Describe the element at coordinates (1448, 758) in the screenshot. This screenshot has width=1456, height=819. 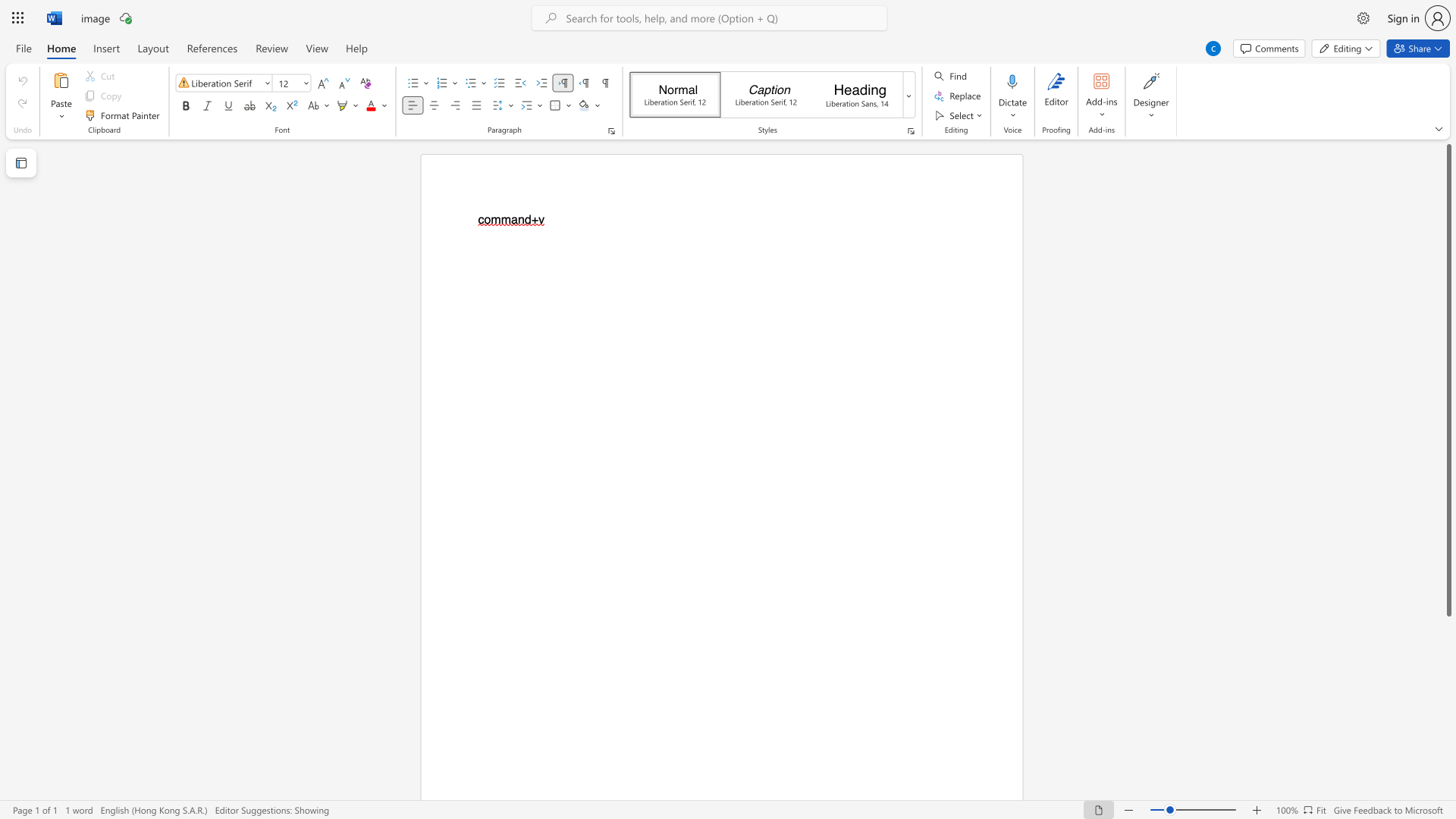
I see `the scrollbar to move the page downward` at that location.